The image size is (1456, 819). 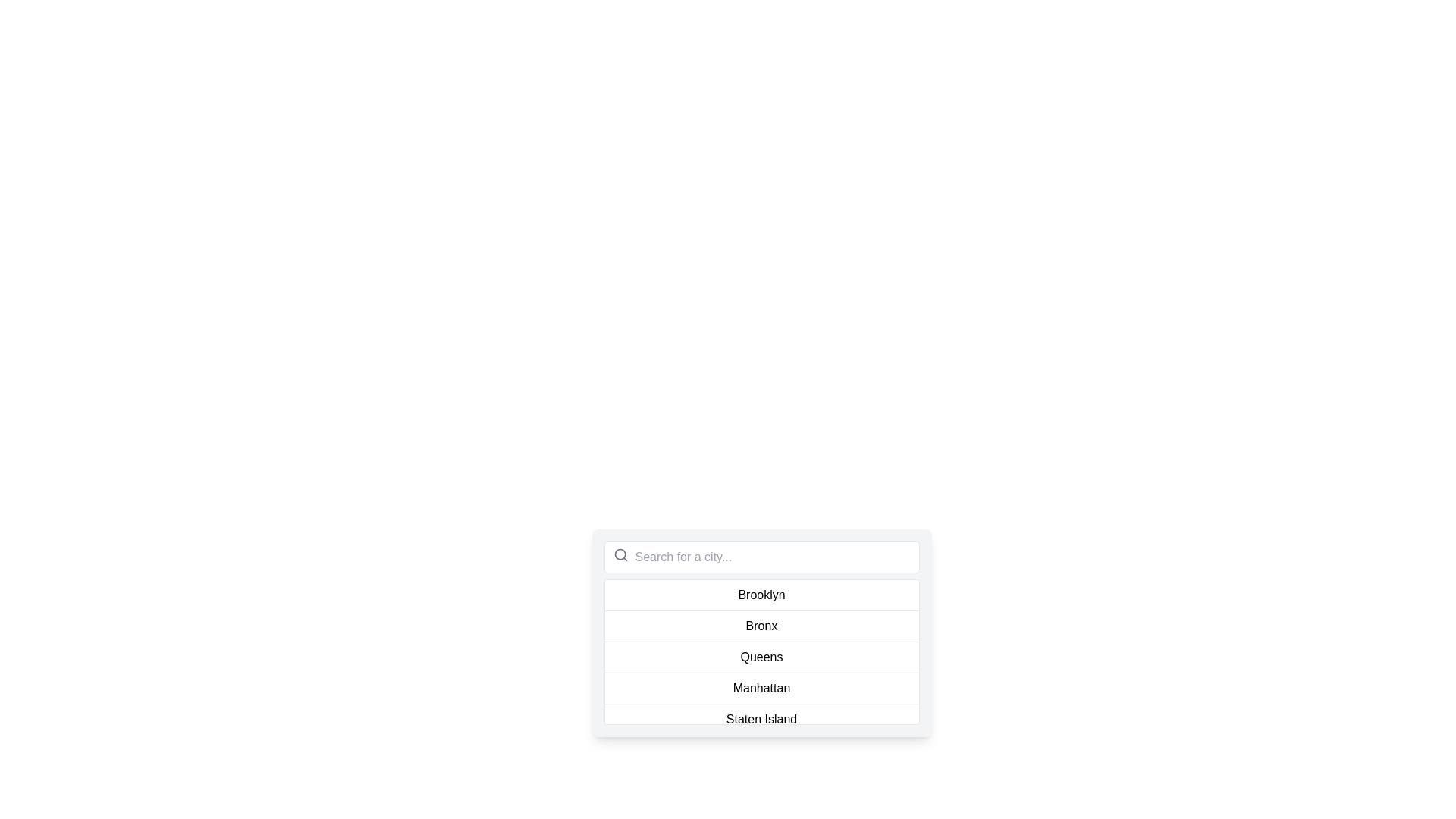 I want to click on the third list item labeled 'Queens', so click(x=761, y=657).